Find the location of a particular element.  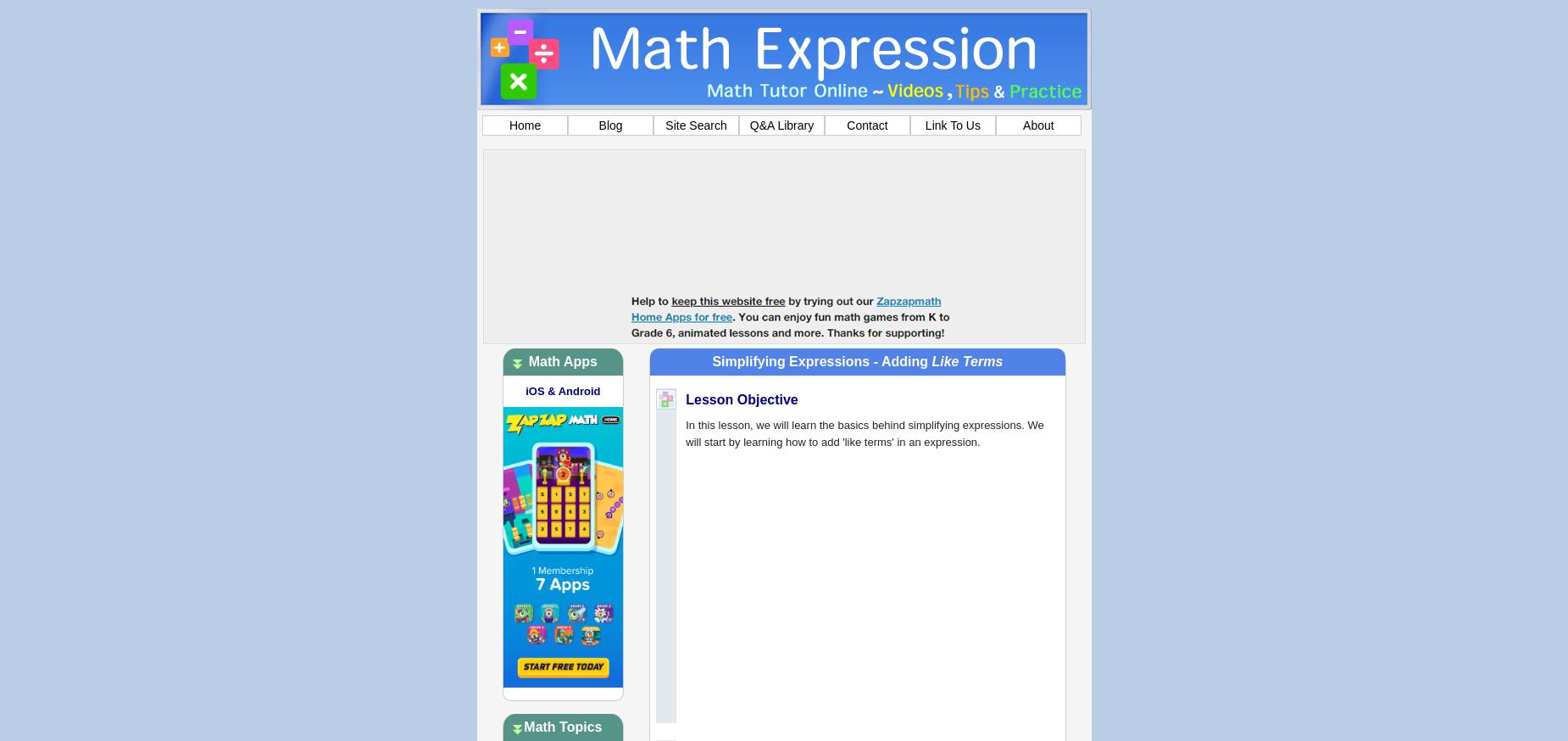

'Math Apps' is located at coordinates (528, 360).